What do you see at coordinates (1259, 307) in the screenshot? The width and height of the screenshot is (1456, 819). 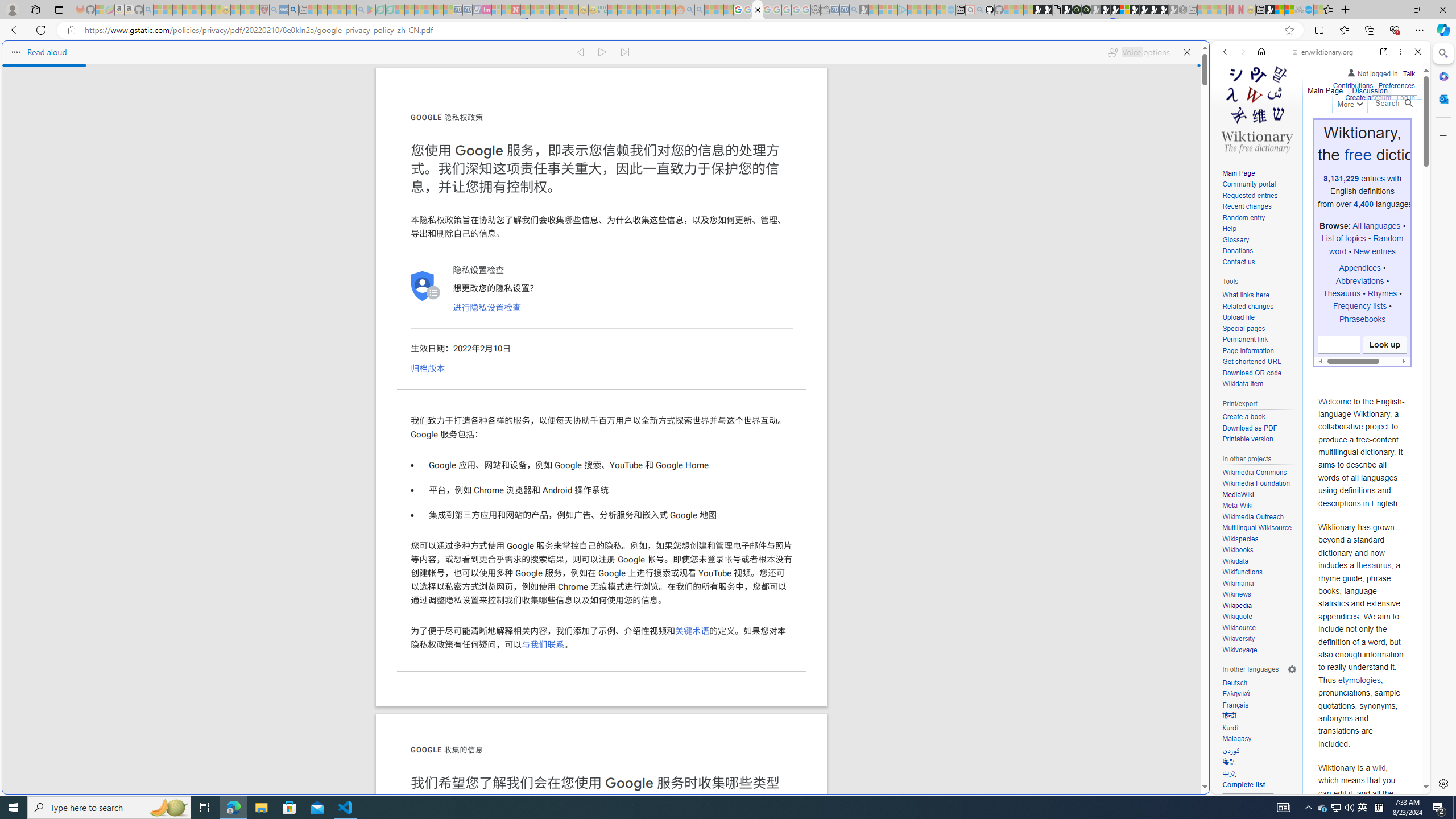 I see `'Related changes'` at bounding box center [1259, 307].